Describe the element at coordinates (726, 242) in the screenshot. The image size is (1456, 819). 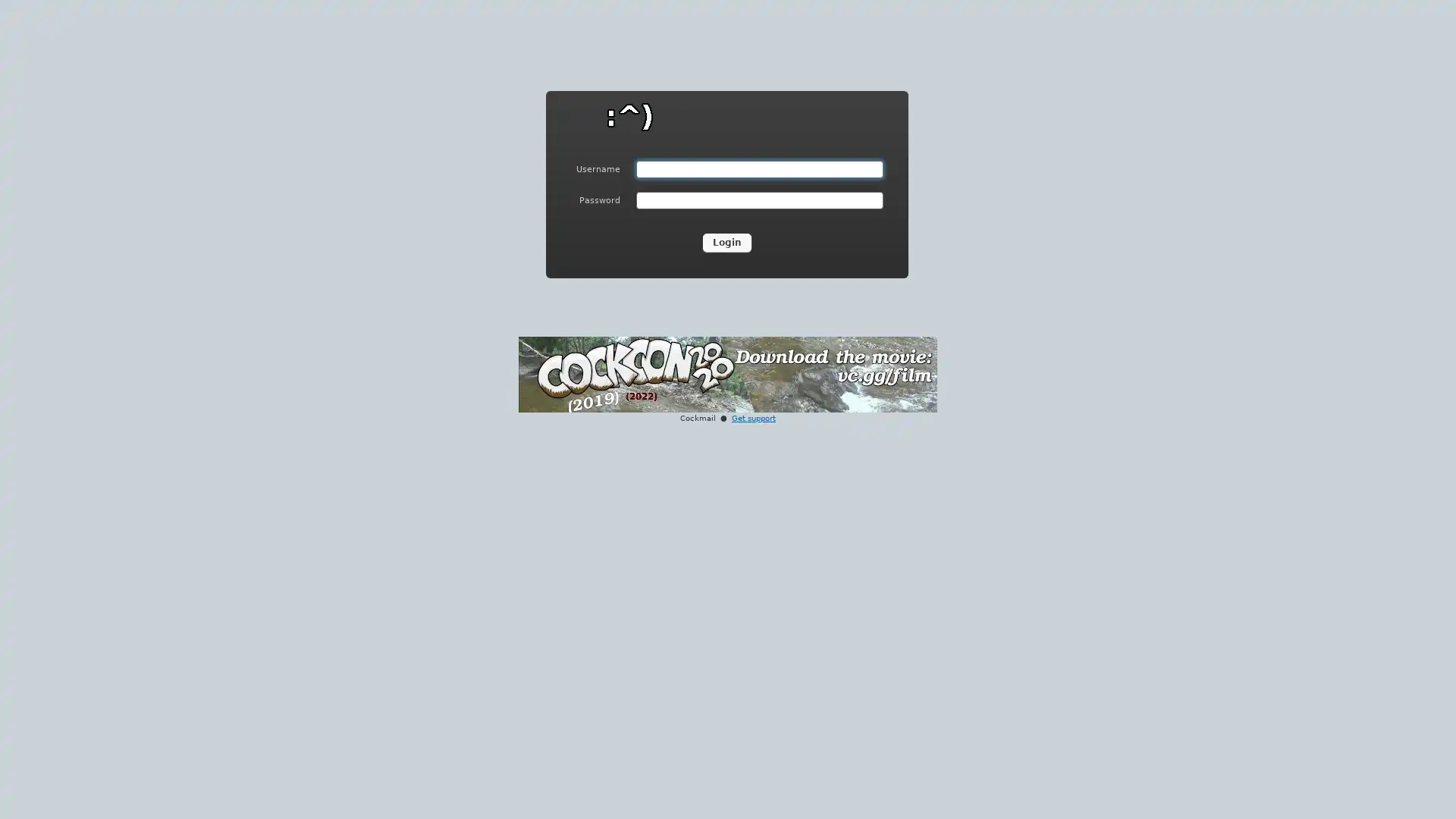
I see `Login` at that location.